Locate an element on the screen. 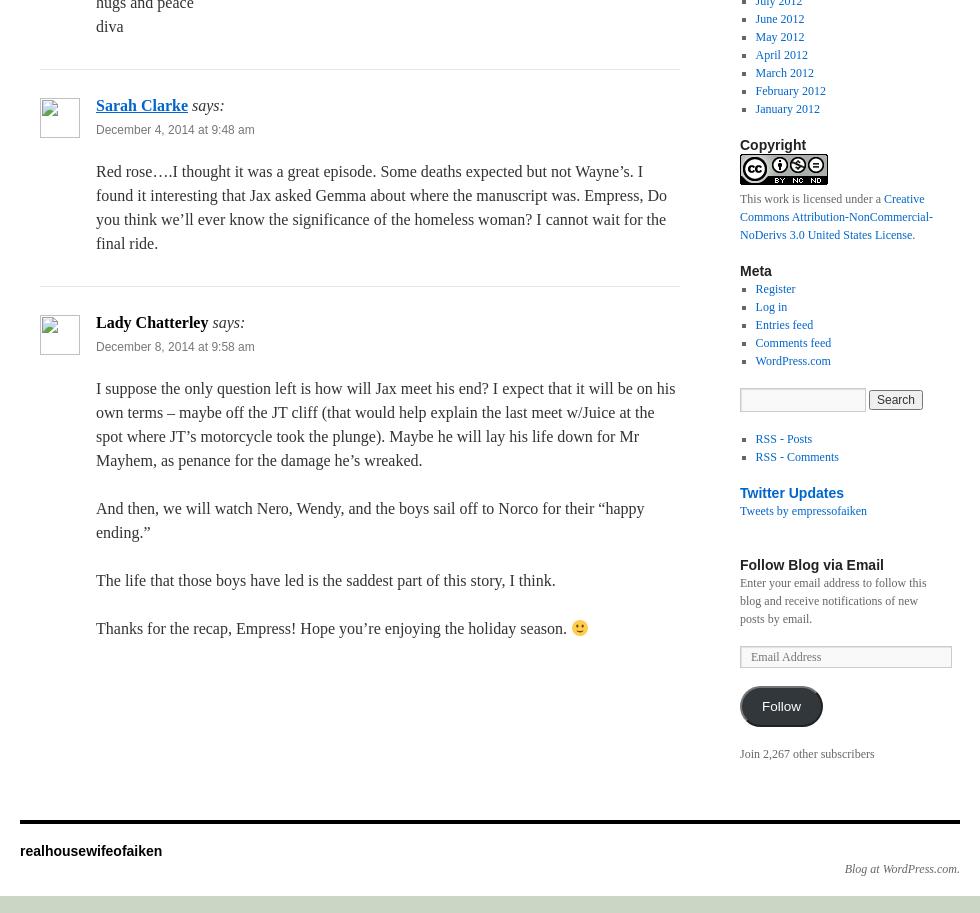 The height and width of the screenshot is (913, 980). 'Enter your email address to follow this blog and receive notifications of new posts by email.' is located at coordinates (833, 600).